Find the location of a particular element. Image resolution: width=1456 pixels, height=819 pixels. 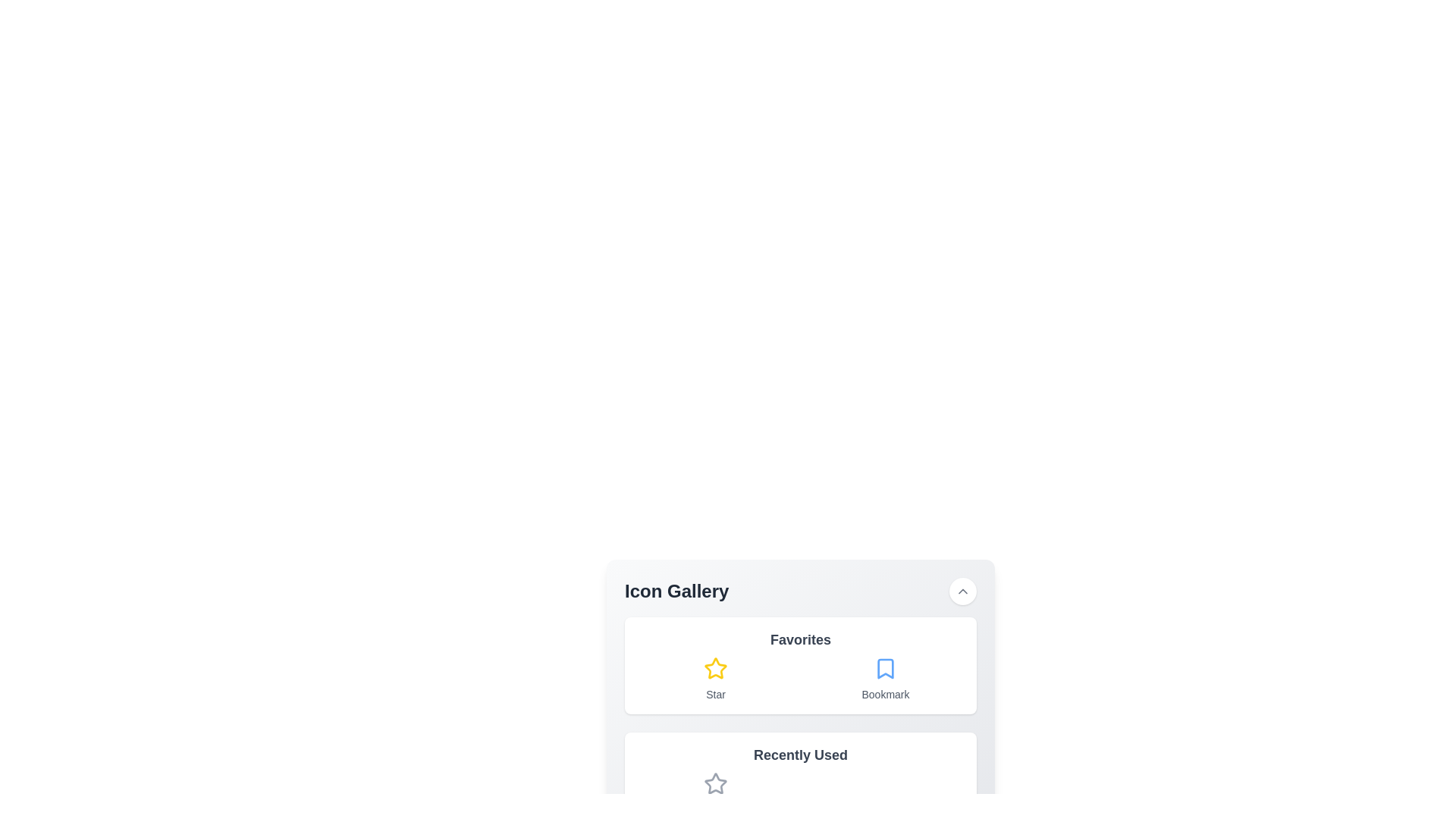

the non-interactive text label located at the top-left area of the header section, which serves as a heading for the content is located at coordinates (676, 590).